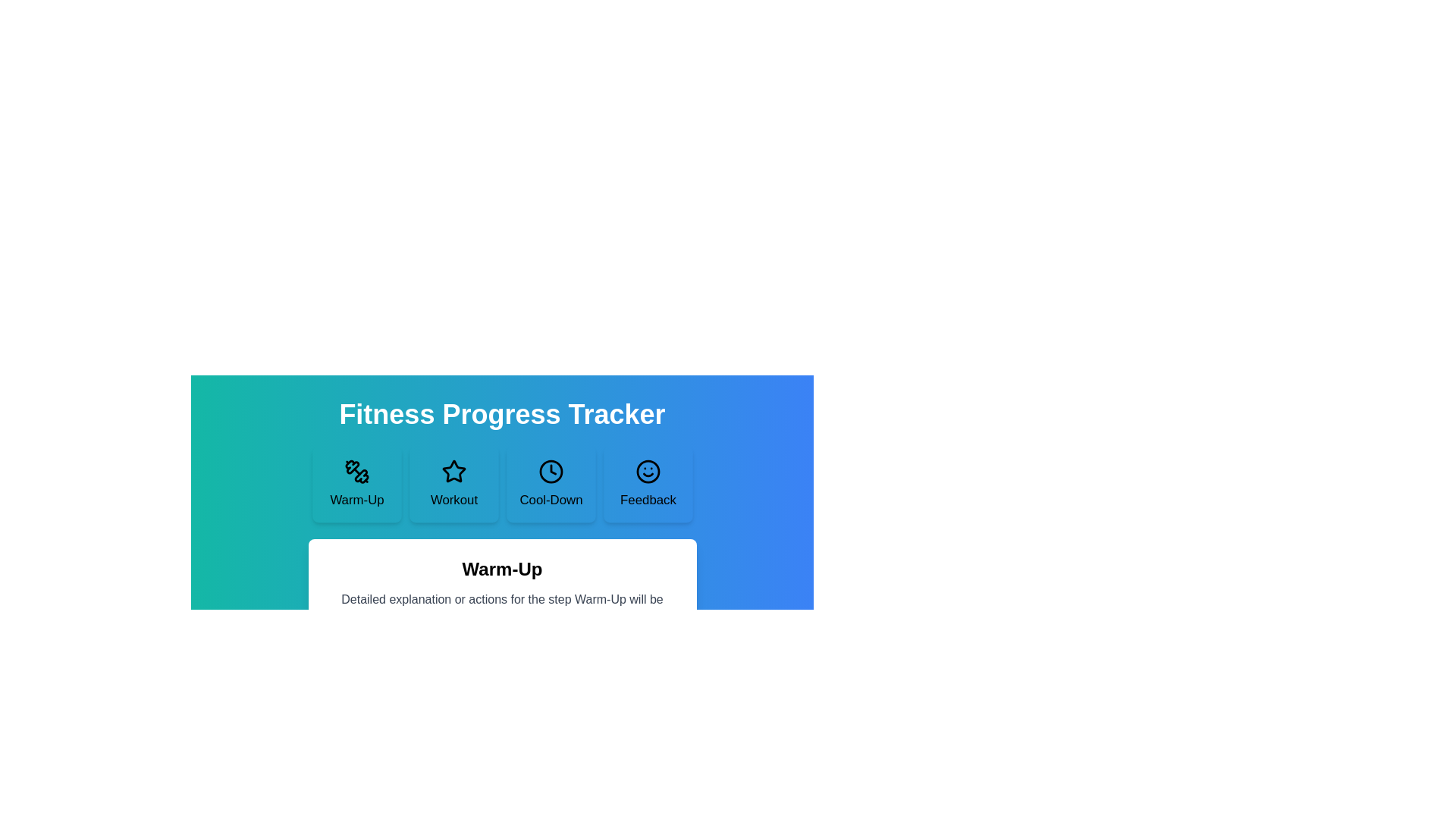 Image resolution: width=1456 pixels, height=819 pixels. What do you see at coordinates (550, 485) in the screenshot?
I see `the step Cool-Down in the FitnessProgressStepper component` at bounding box center [550, 485].